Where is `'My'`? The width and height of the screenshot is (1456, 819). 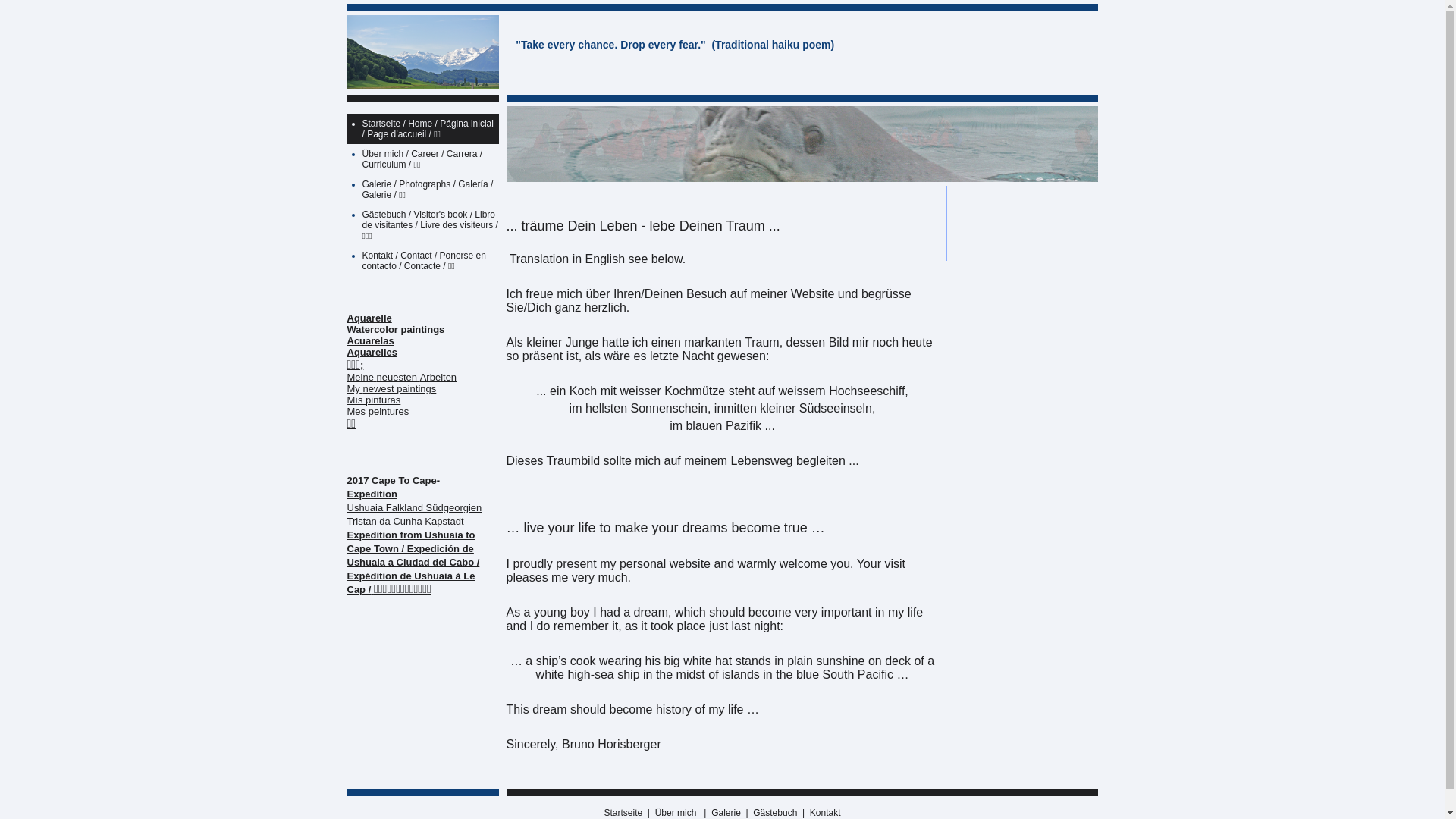 'My' is located at coordinates (353, 388).